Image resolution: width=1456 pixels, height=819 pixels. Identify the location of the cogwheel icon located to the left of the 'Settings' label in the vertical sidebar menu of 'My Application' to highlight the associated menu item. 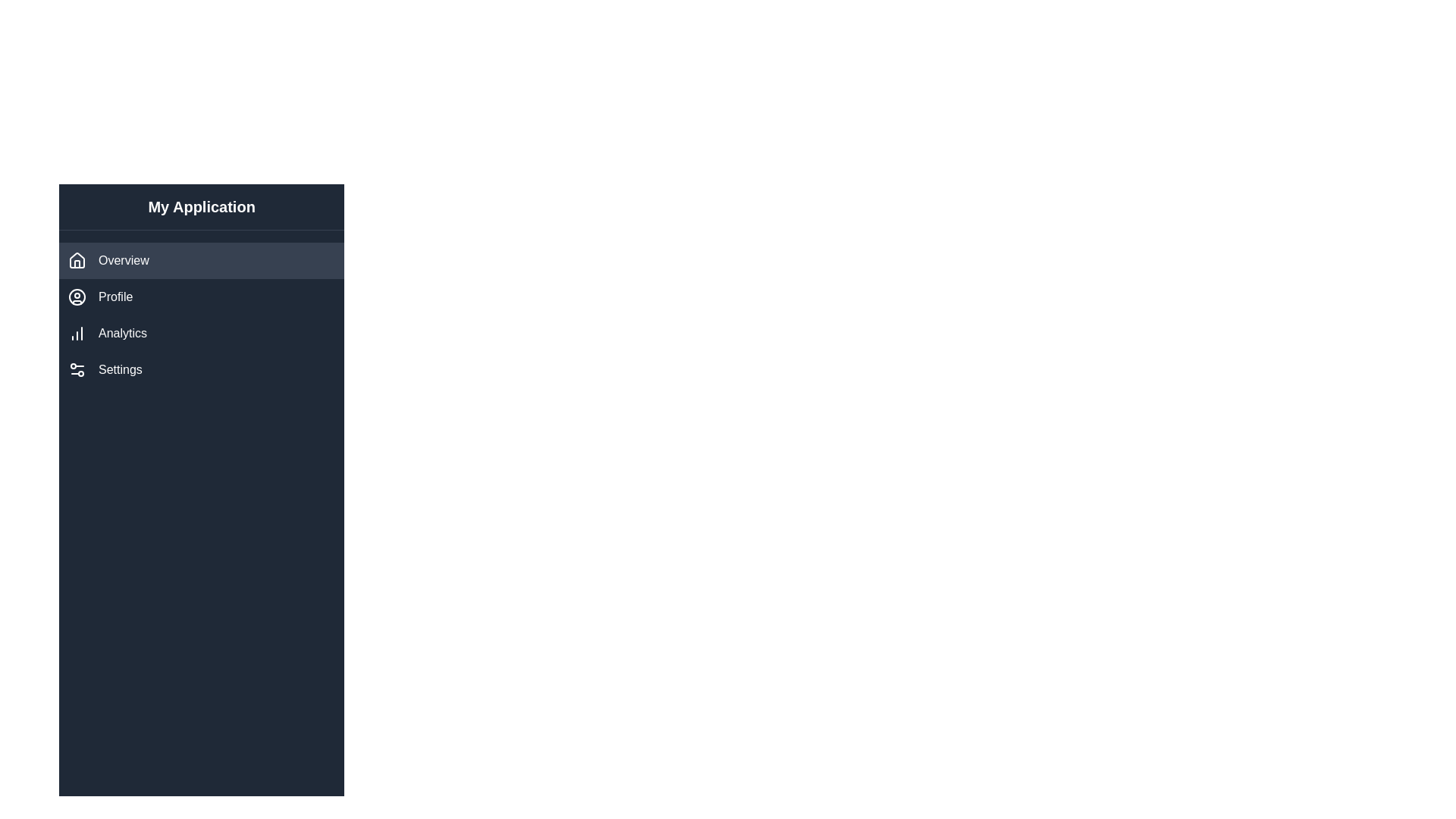
(76, 370).